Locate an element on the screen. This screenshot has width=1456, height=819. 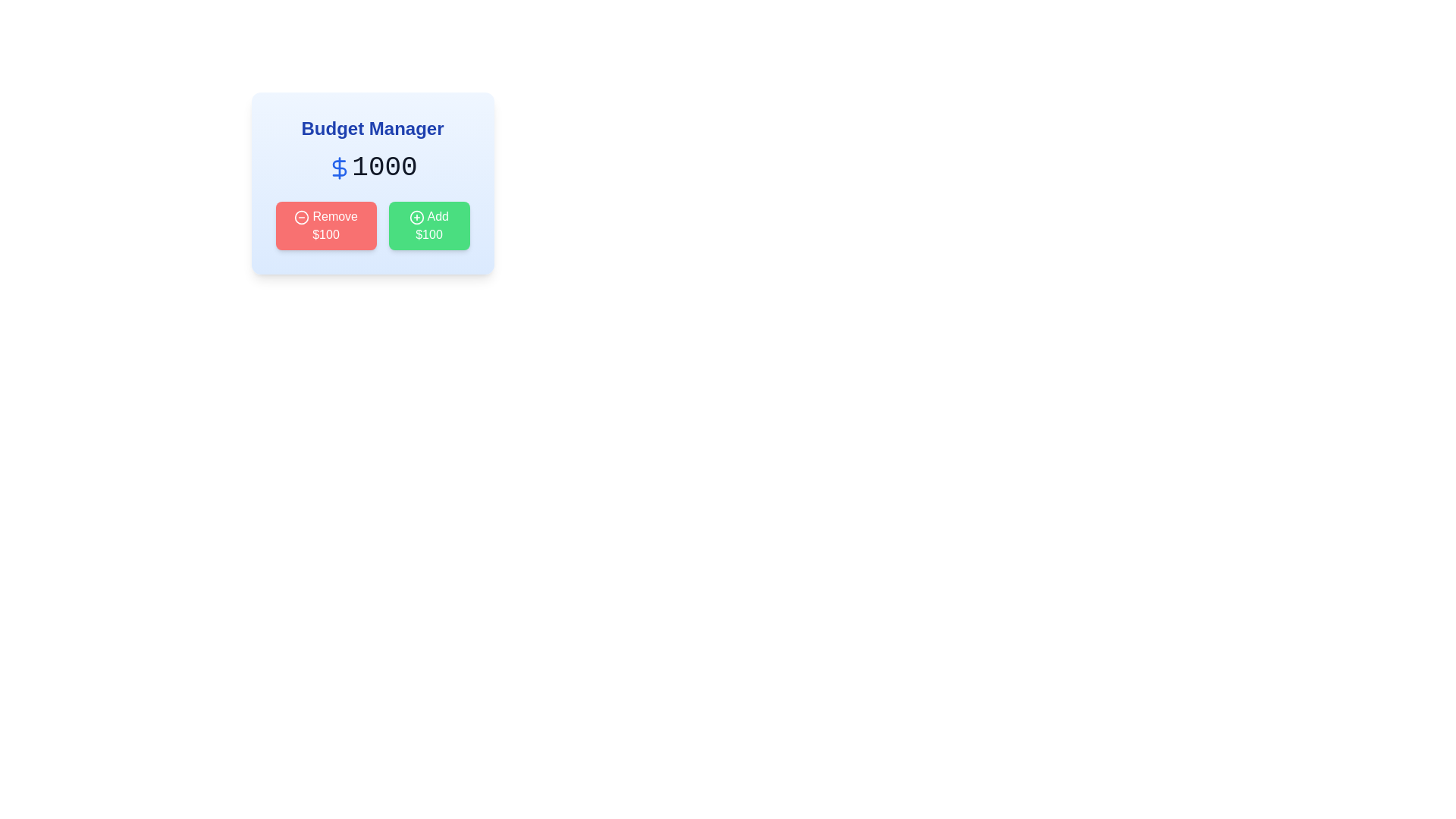
the currency icon located to the left of the numeric label '1000' is located at coordinates (339, 168).